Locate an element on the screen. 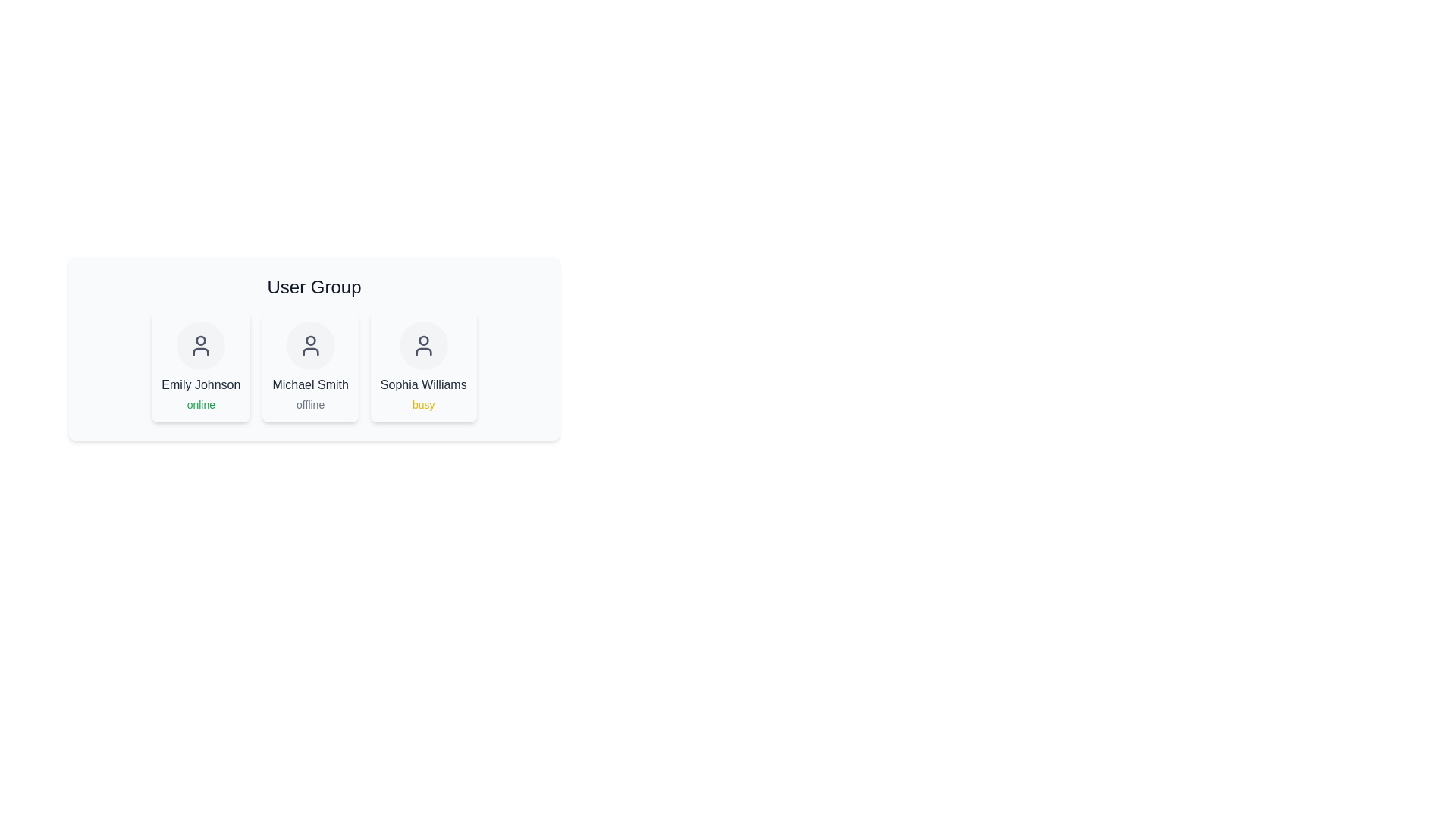 The width and height of the screenshot is (1456, 819). the User Icon representing 'Sophia Williams' to initiate interaction is located at coordinates (423, 345).